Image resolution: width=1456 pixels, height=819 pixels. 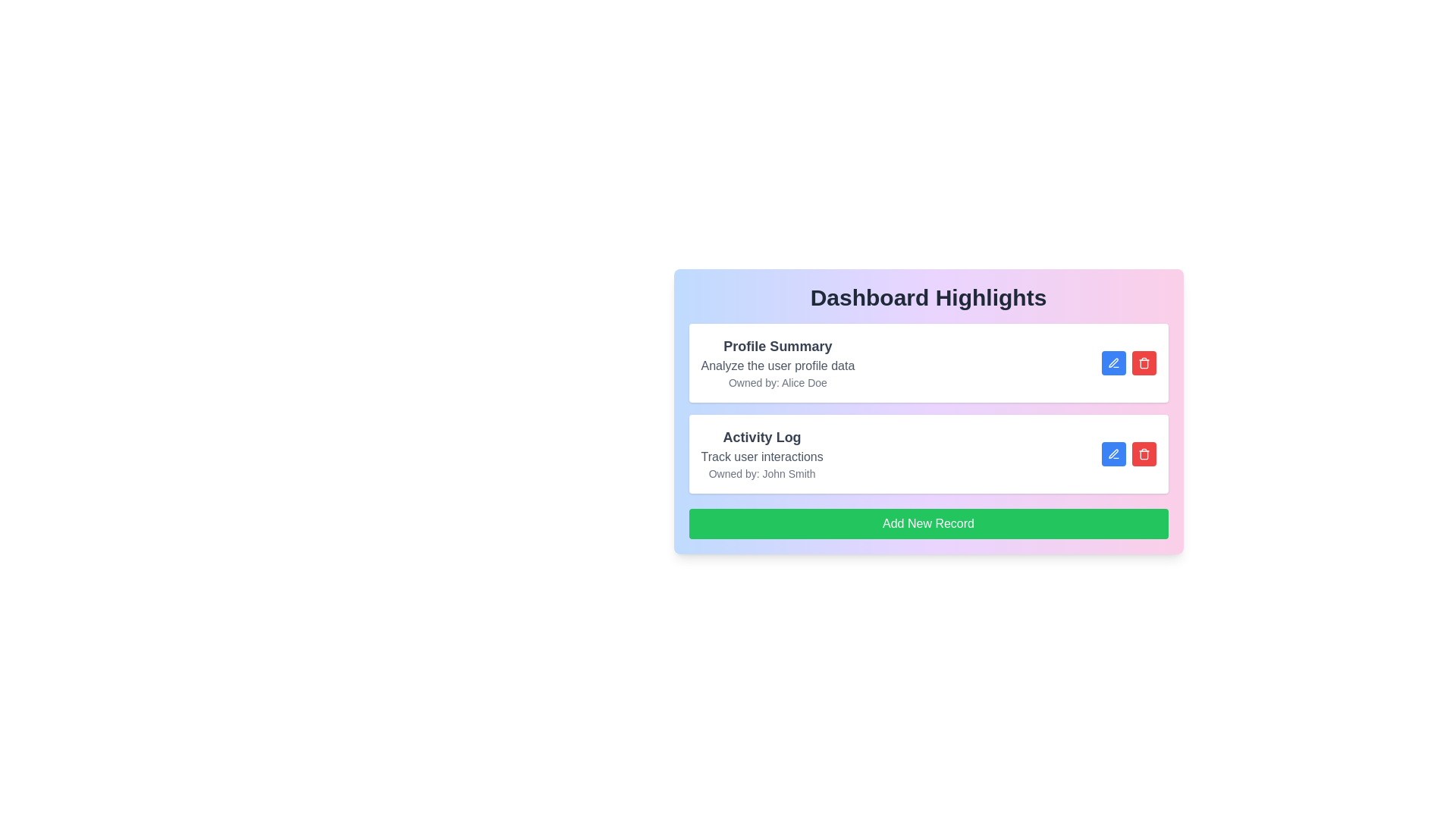 I want to click on the blue edit button with a pen icon located on the right side of the 'Activity Log' section under the 'Dashboard Highlights' heading, so click(x=1113, y=453).